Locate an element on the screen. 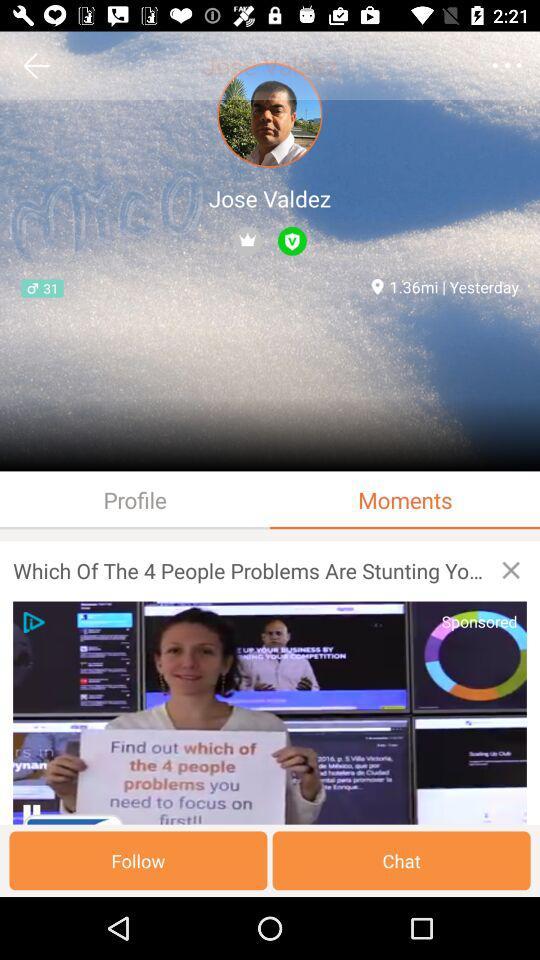  the close button on the web page is located at coordinates (511, 570).